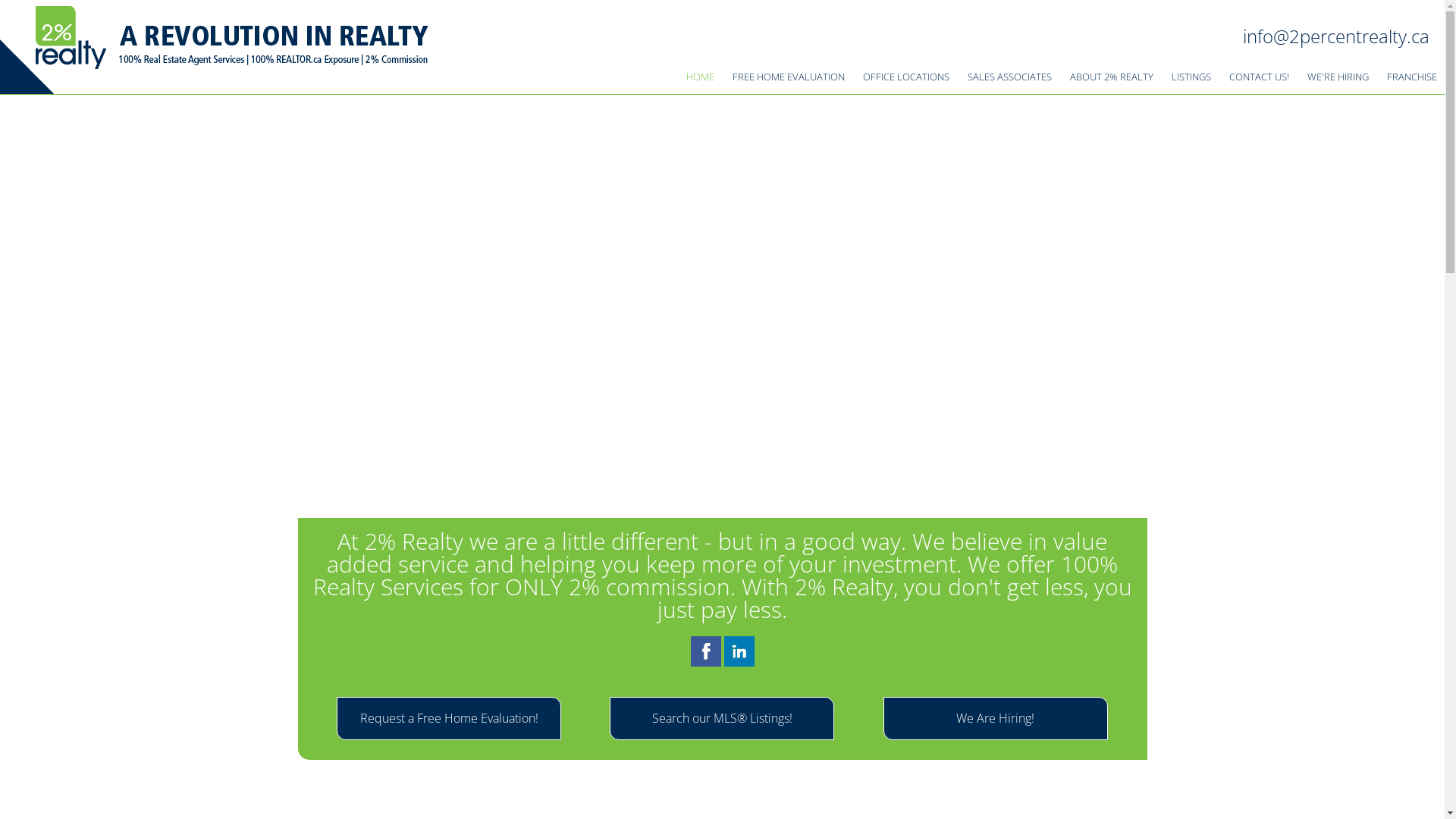  Describe the element at coordinates (447, 717) in the screenshot. I see `'Request a Free Home Evaluation!'` at that location.